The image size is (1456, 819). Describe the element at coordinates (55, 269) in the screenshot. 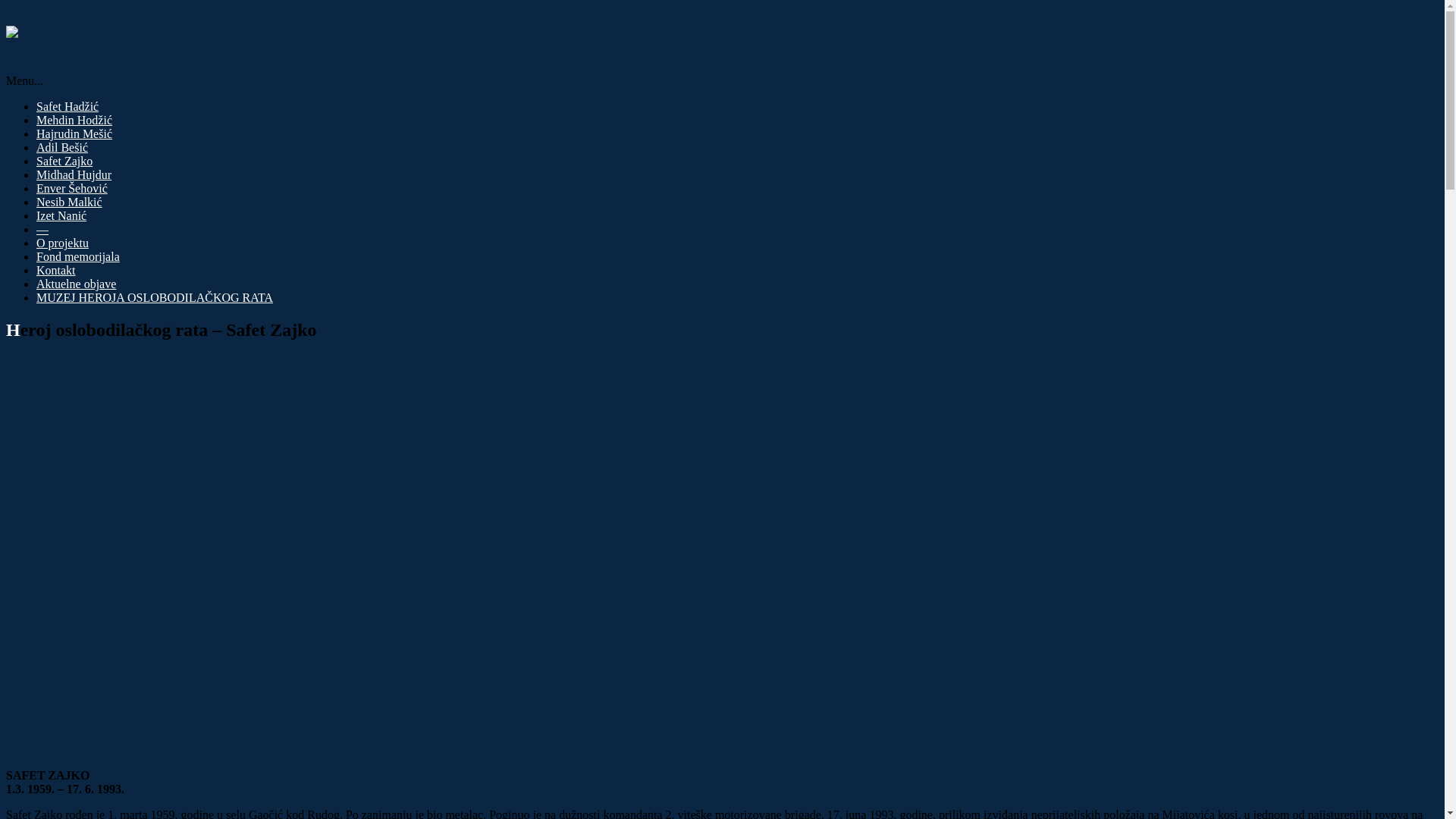

I see `'Kontakt'` at that location.